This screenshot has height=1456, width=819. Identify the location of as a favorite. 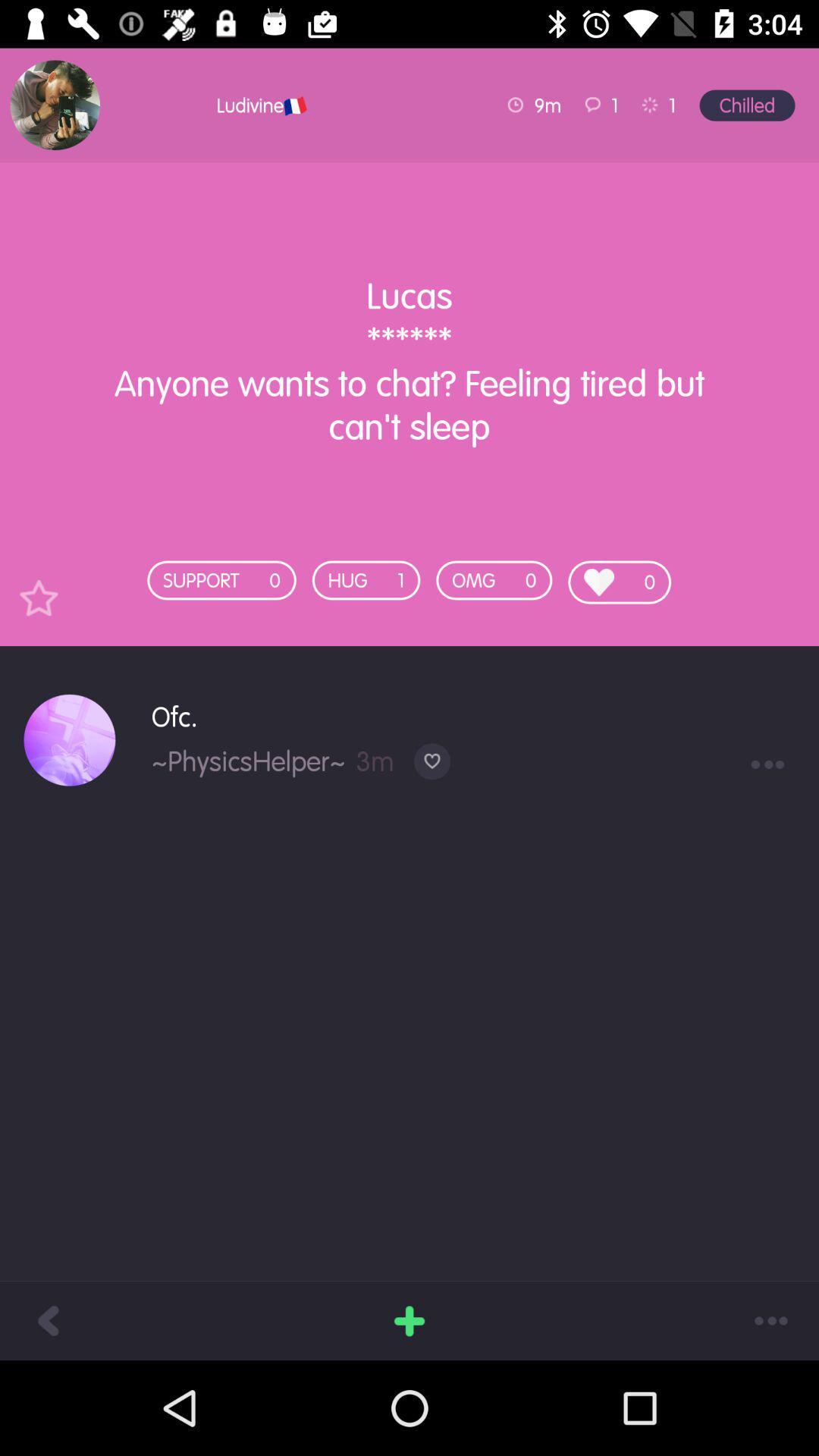
(38, 597).